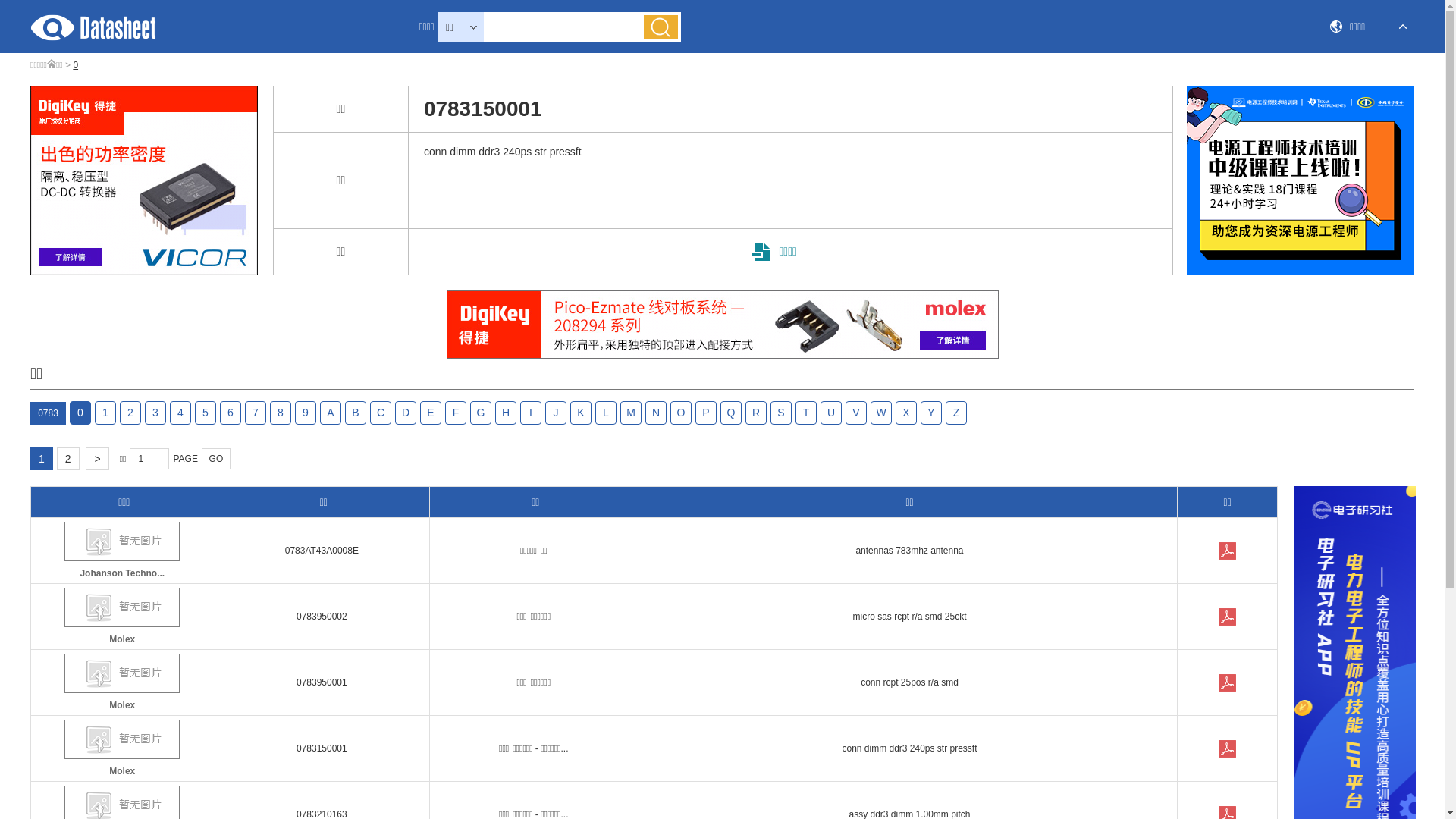 The image size is (1456, 819). I want to click on '>', so click(96, 458).